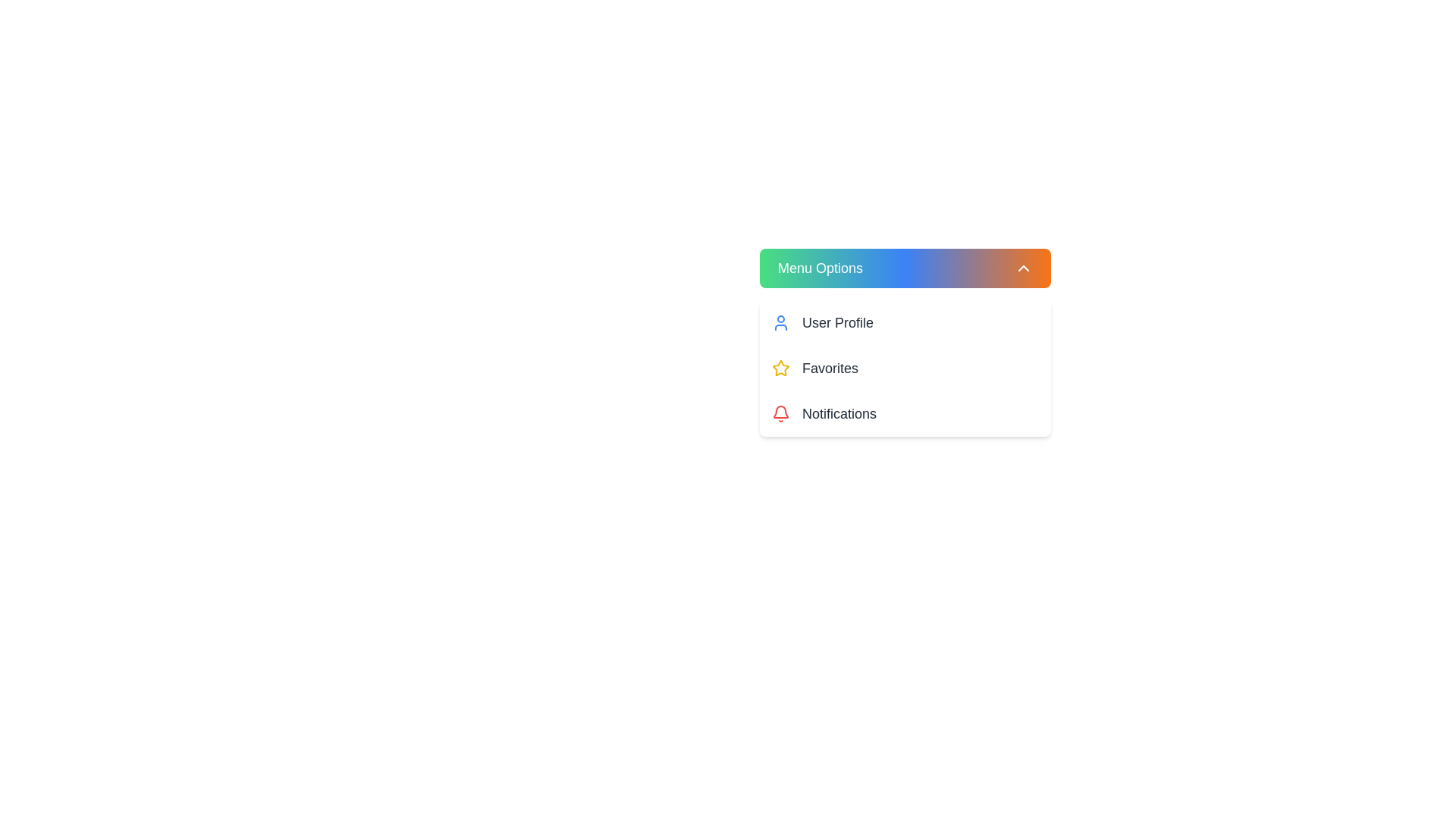  I want to click on the 'User Profile' Icon by moving the cursor to its center point, so click(781, 322).